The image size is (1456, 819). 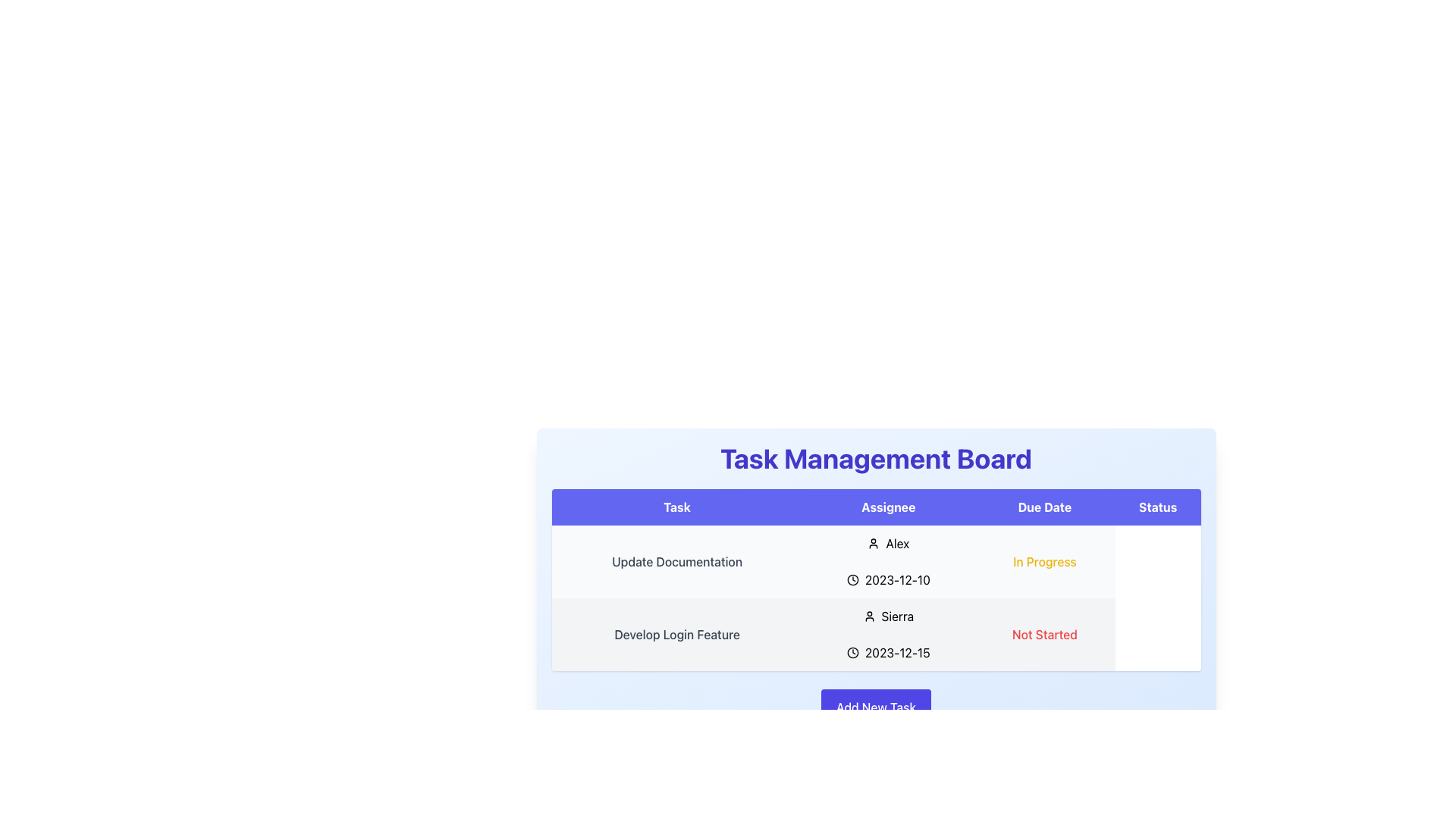 I want to click on the 'Add Task' button located at the bottom center of the Task Management Board to change its color, so click(x=876, y=708).